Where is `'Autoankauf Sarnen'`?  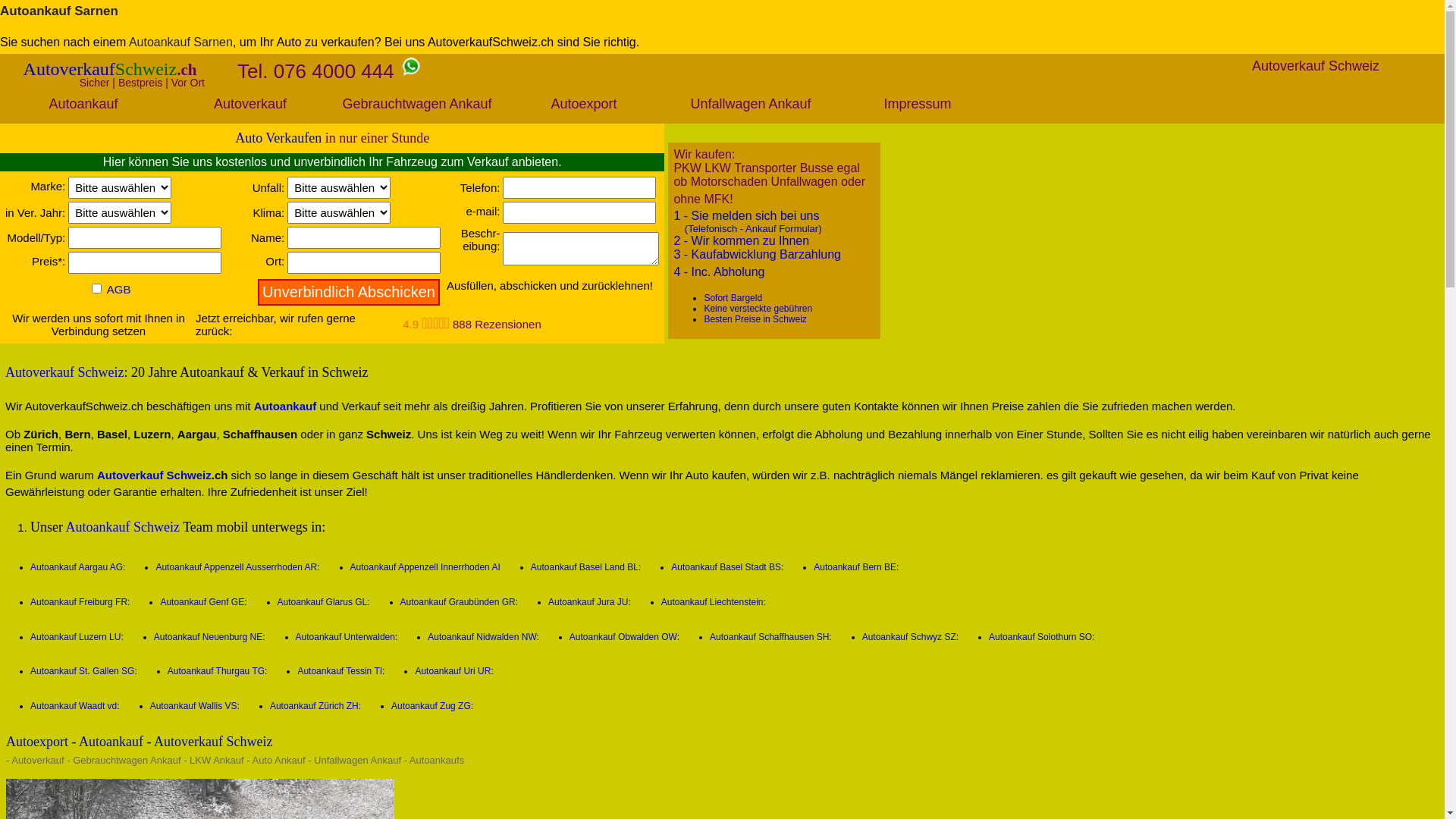 'Autoankauf Sarnen' is located at coordinates (180, 41).